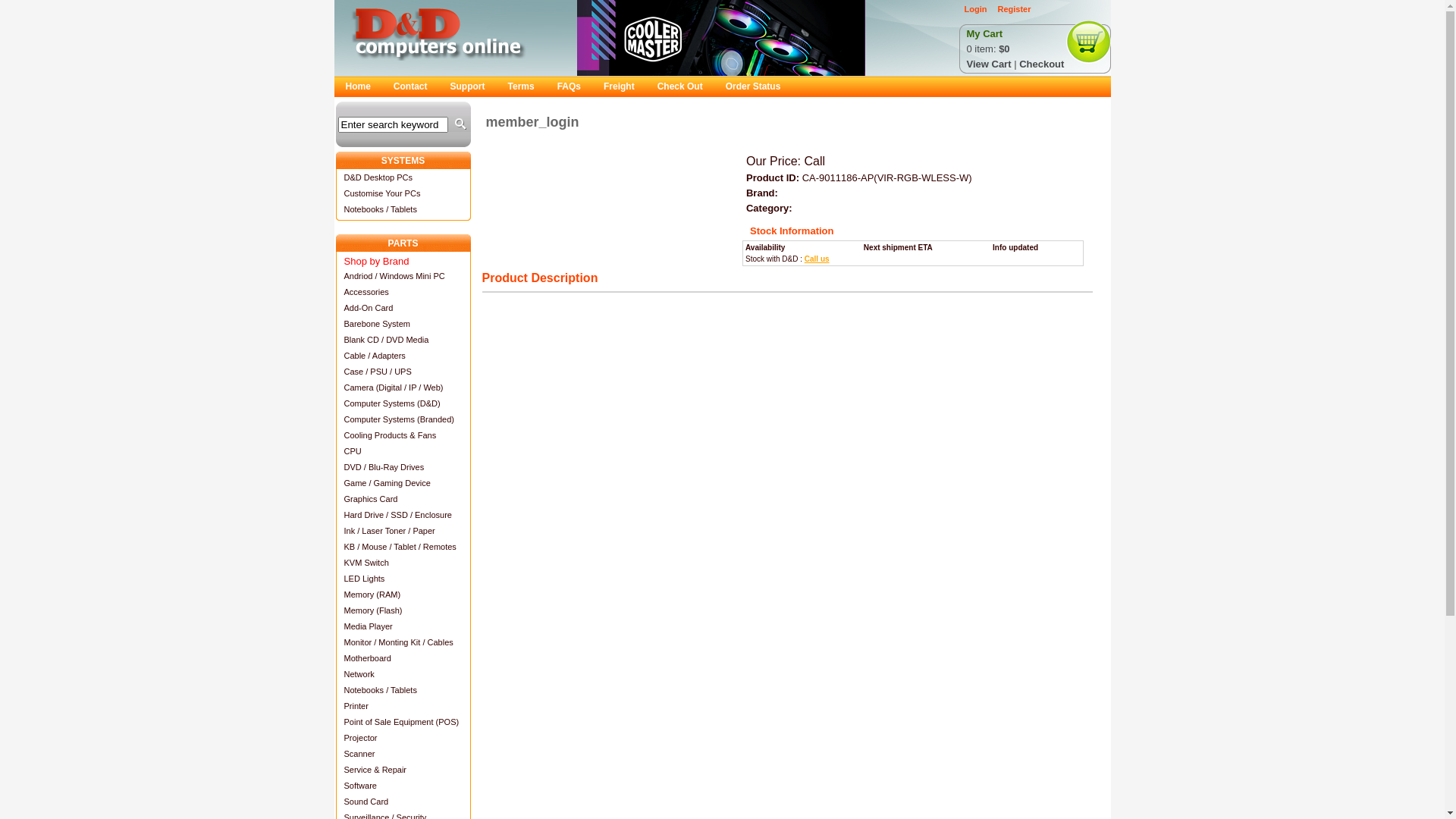 The width and height of the screenshot is (1456, 819). I want to click on 'KB / Mouse / Tablet / Remotes', so click(334, 546).